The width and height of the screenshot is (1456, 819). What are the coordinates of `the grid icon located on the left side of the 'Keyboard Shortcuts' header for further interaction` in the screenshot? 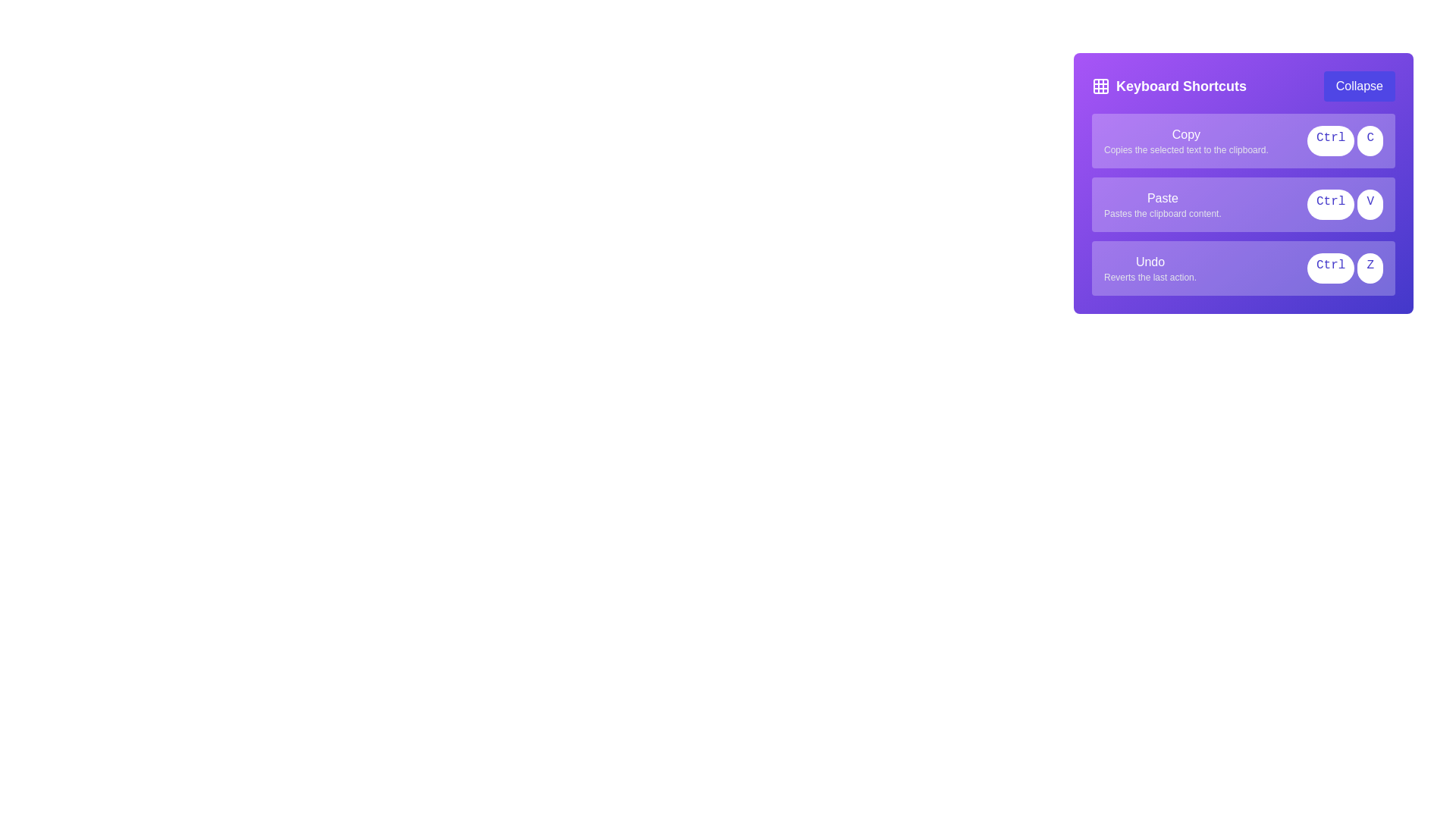 It's located at (1100, 86).